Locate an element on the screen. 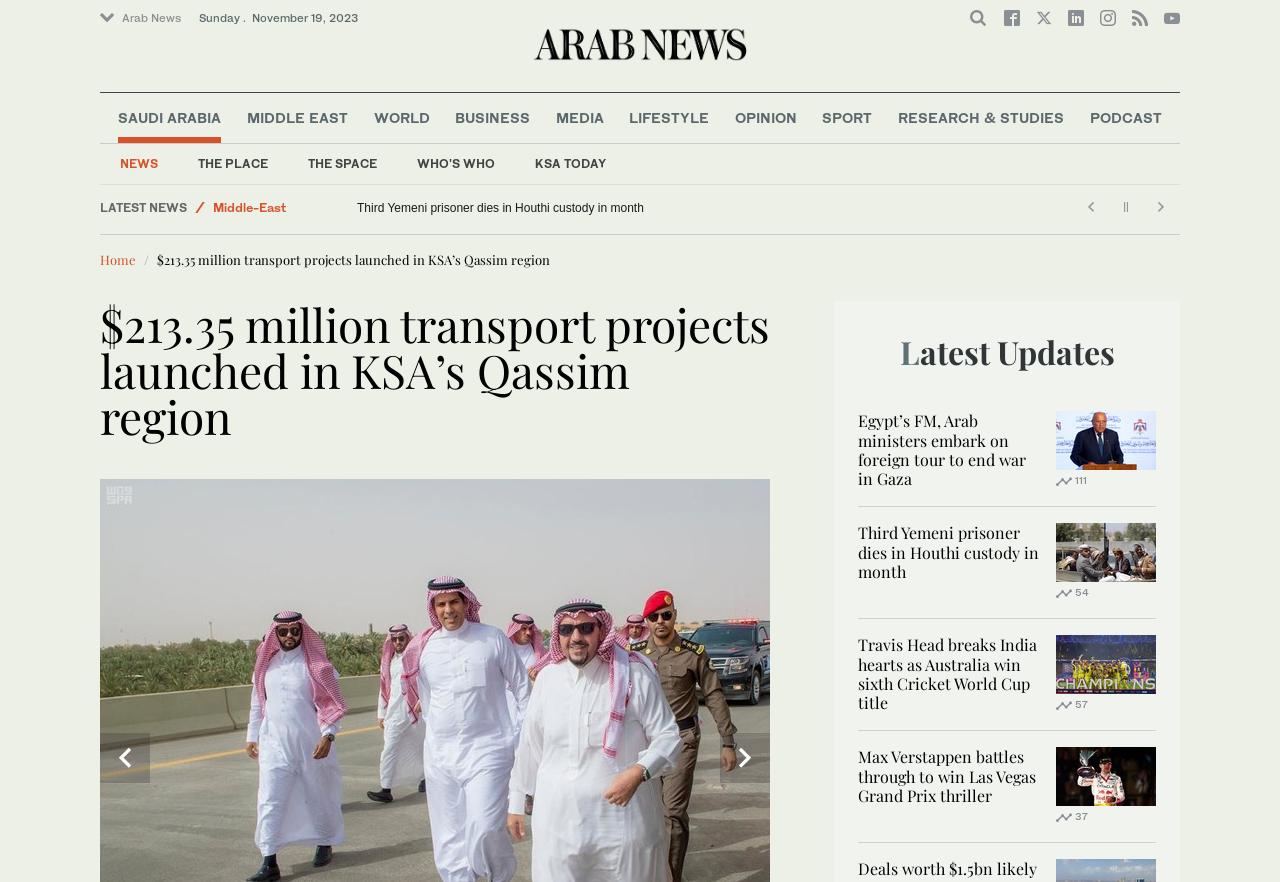 This screenshot has width=1280, height=882. 'Saudi Football' is located at coordinates (175, 161).